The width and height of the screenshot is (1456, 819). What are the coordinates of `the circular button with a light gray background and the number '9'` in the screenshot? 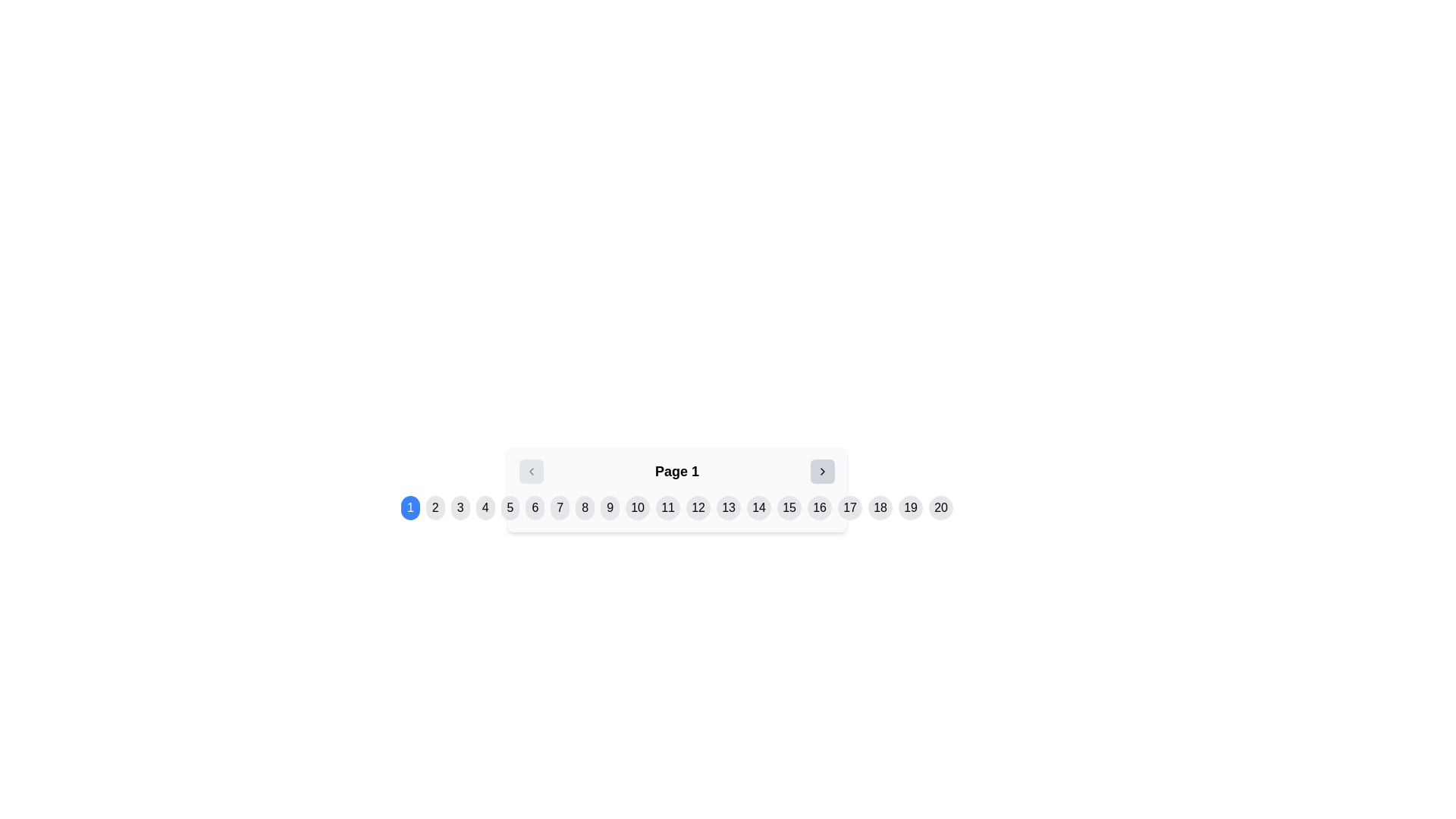 It's located at (610, 508).